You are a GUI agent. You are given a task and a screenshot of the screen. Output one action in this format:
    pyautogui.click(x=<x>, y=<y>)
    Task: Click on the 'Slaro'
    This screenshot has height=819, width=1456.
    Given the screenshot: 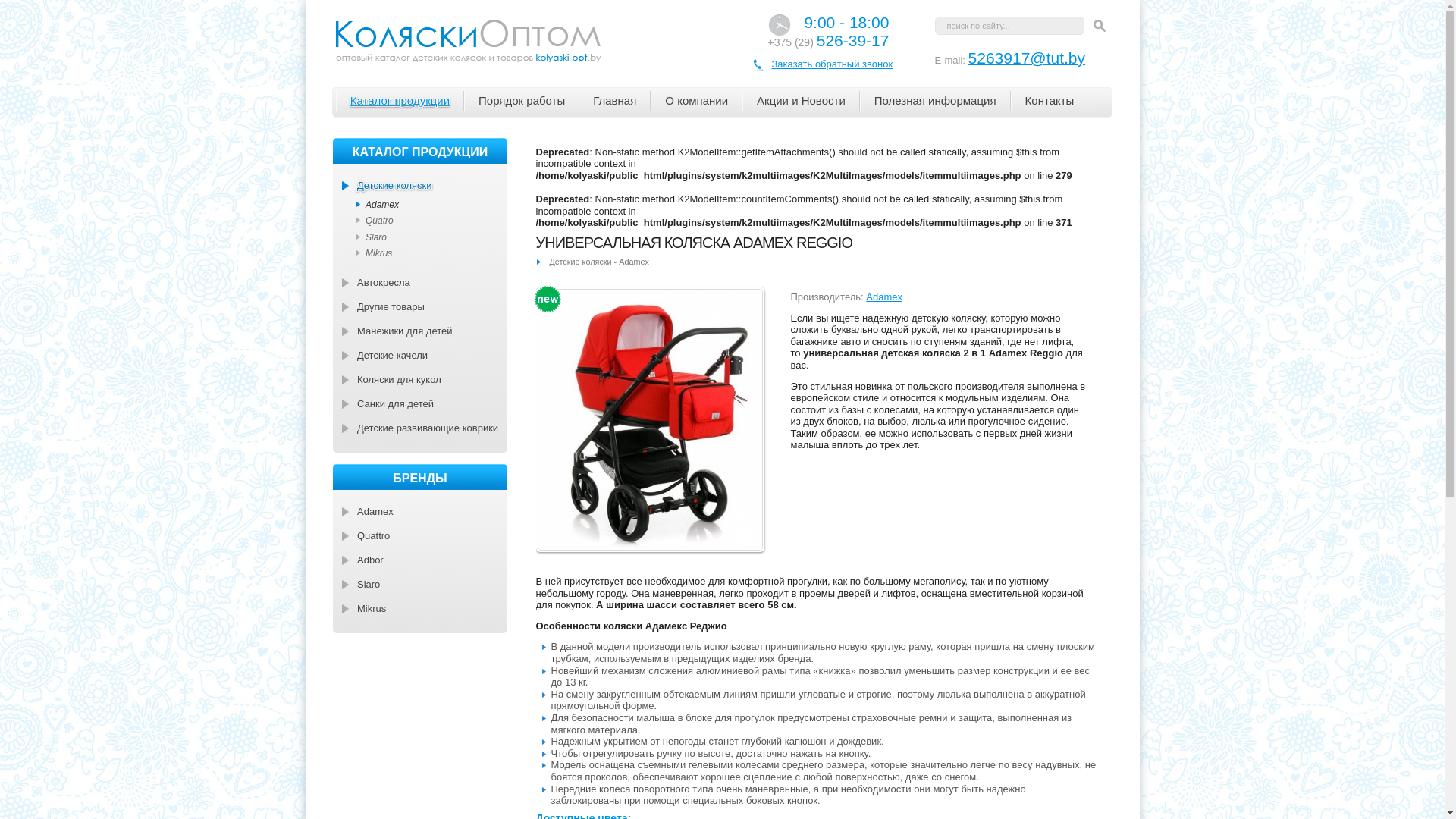 What is the action you would take?
    pyautogui.click(x=344, y=583)
    